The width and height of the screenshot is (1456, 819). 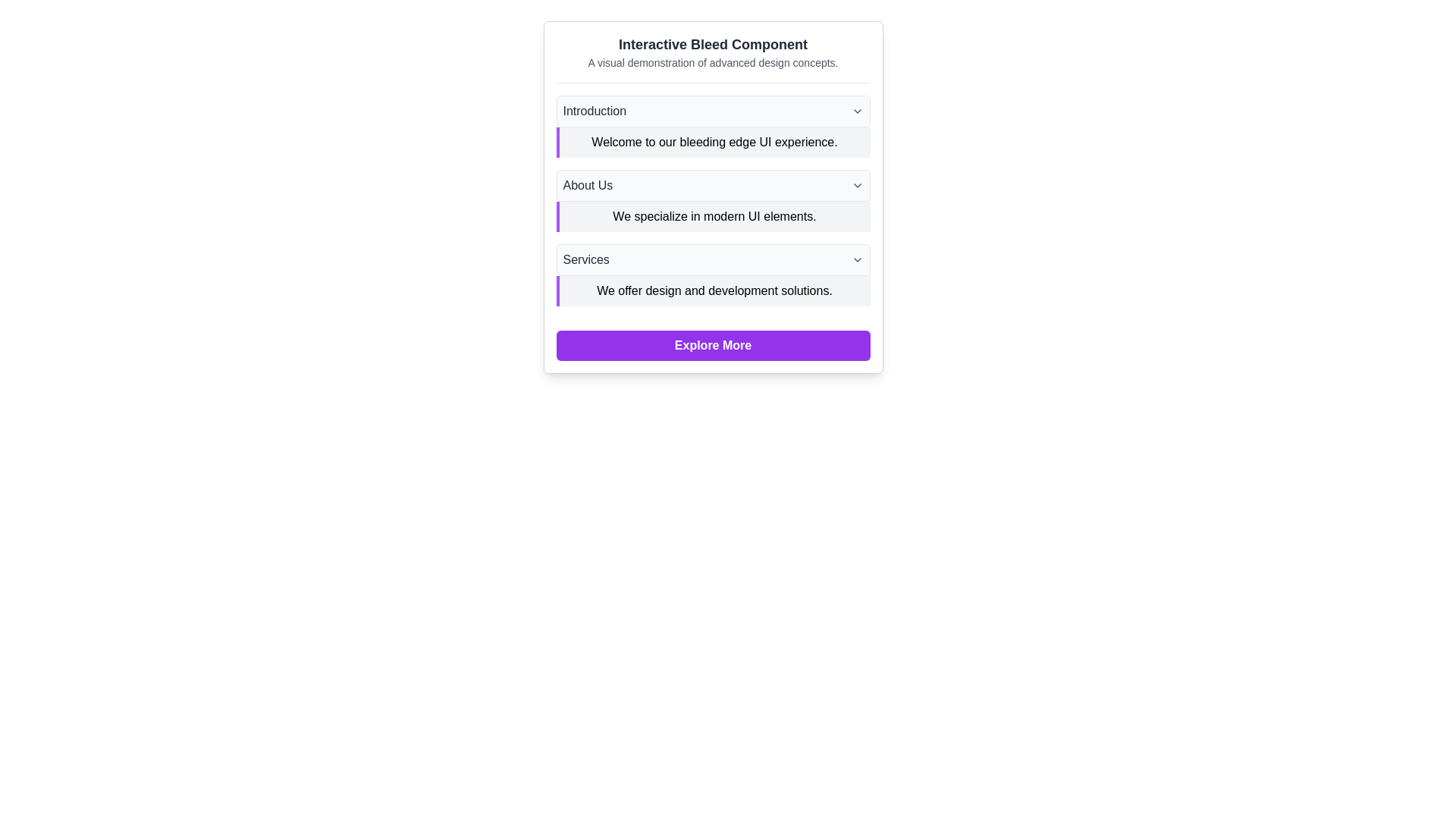 What do you see at coordinates (712, 196) in the screenshot?
I see `the dropdown menu within the 'About Us' section` at bounding box center [712, 196].